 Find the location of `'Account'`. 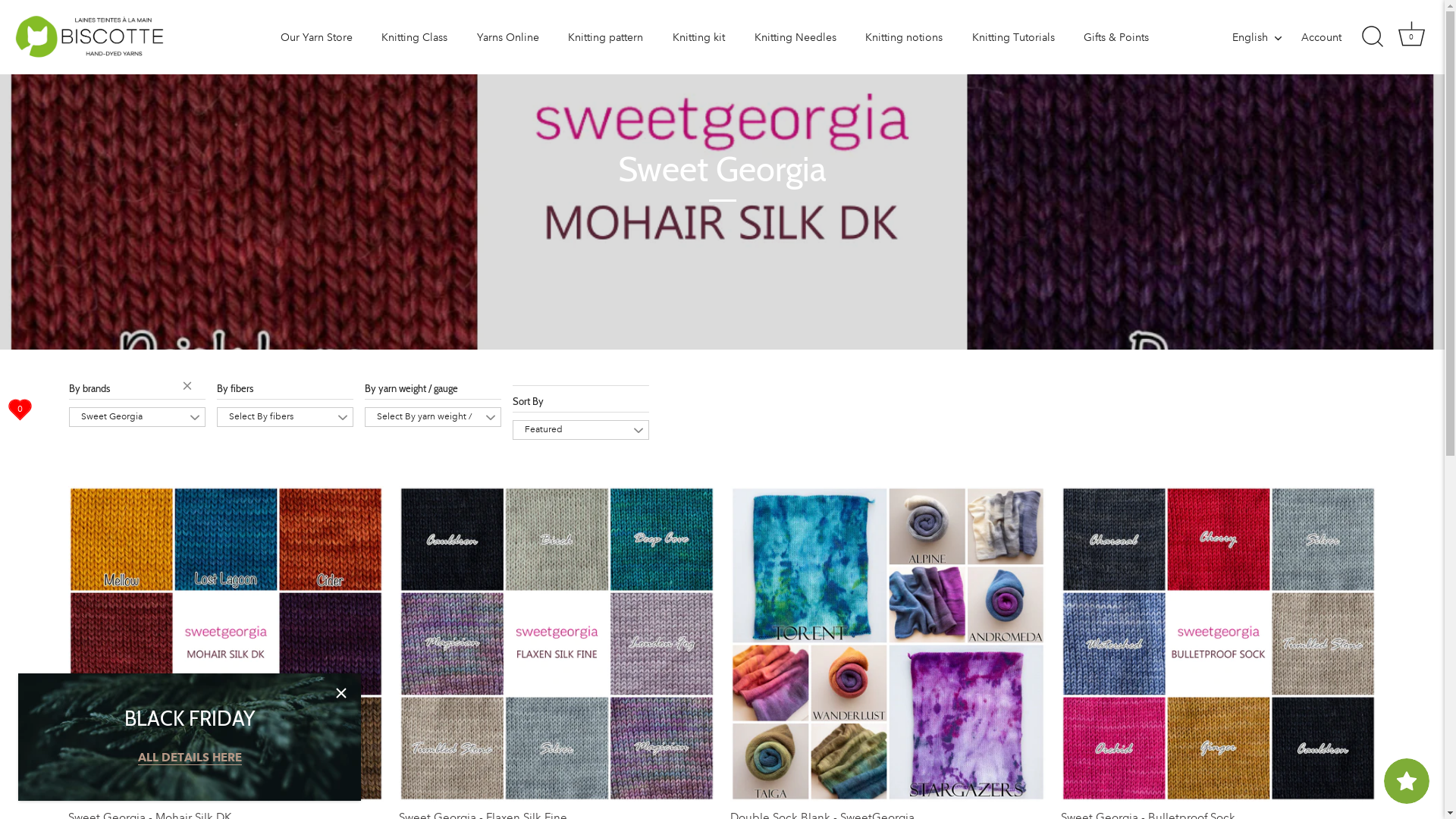

'Account' is located at coordinates (1335, 36).